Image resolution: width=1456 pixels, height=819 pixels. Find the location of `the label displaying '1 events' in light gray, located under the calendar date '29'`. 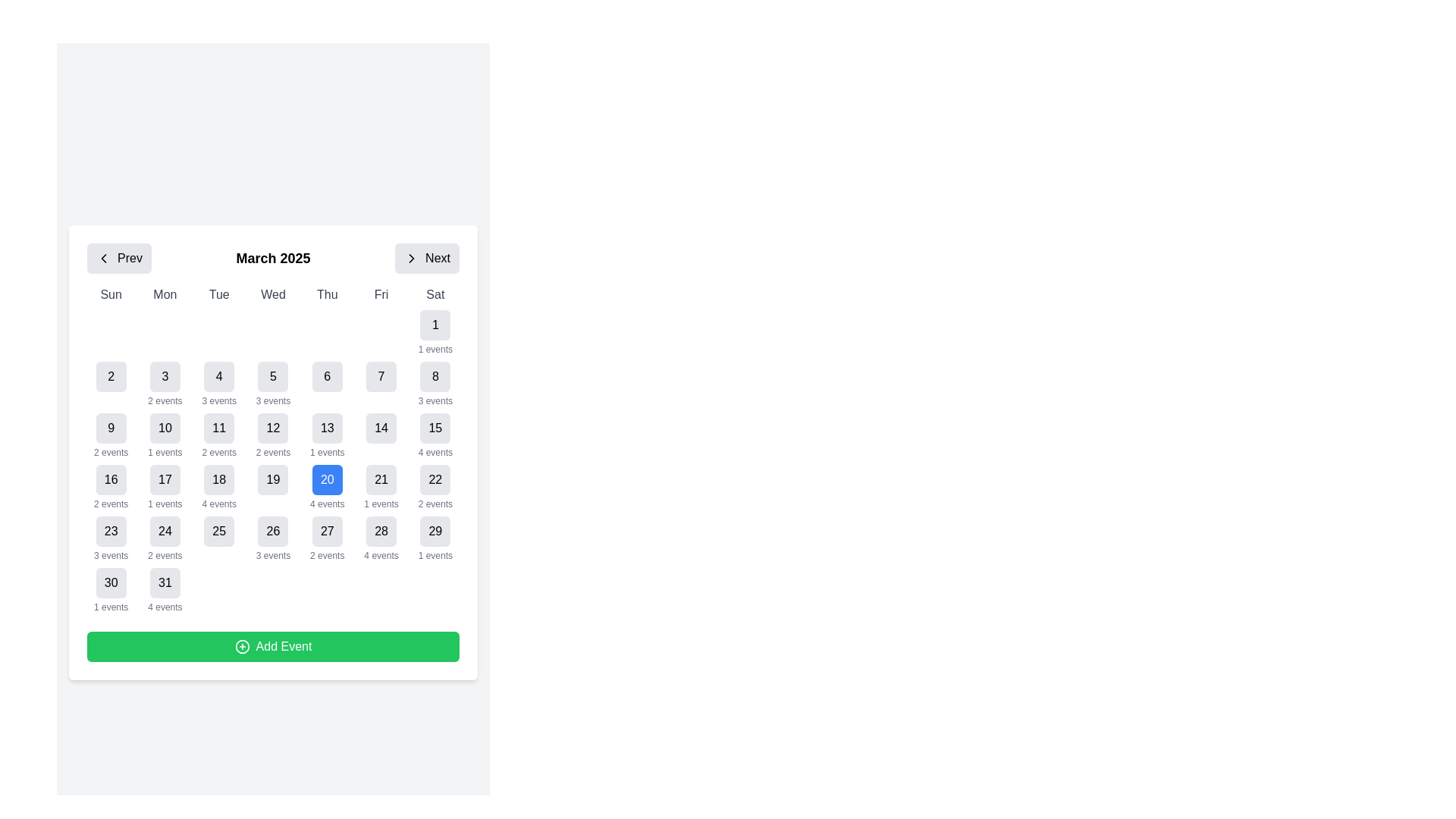

the label displaying '1 events' in light gray, located under the calendar date '29' is located at coordinates (435, 555).